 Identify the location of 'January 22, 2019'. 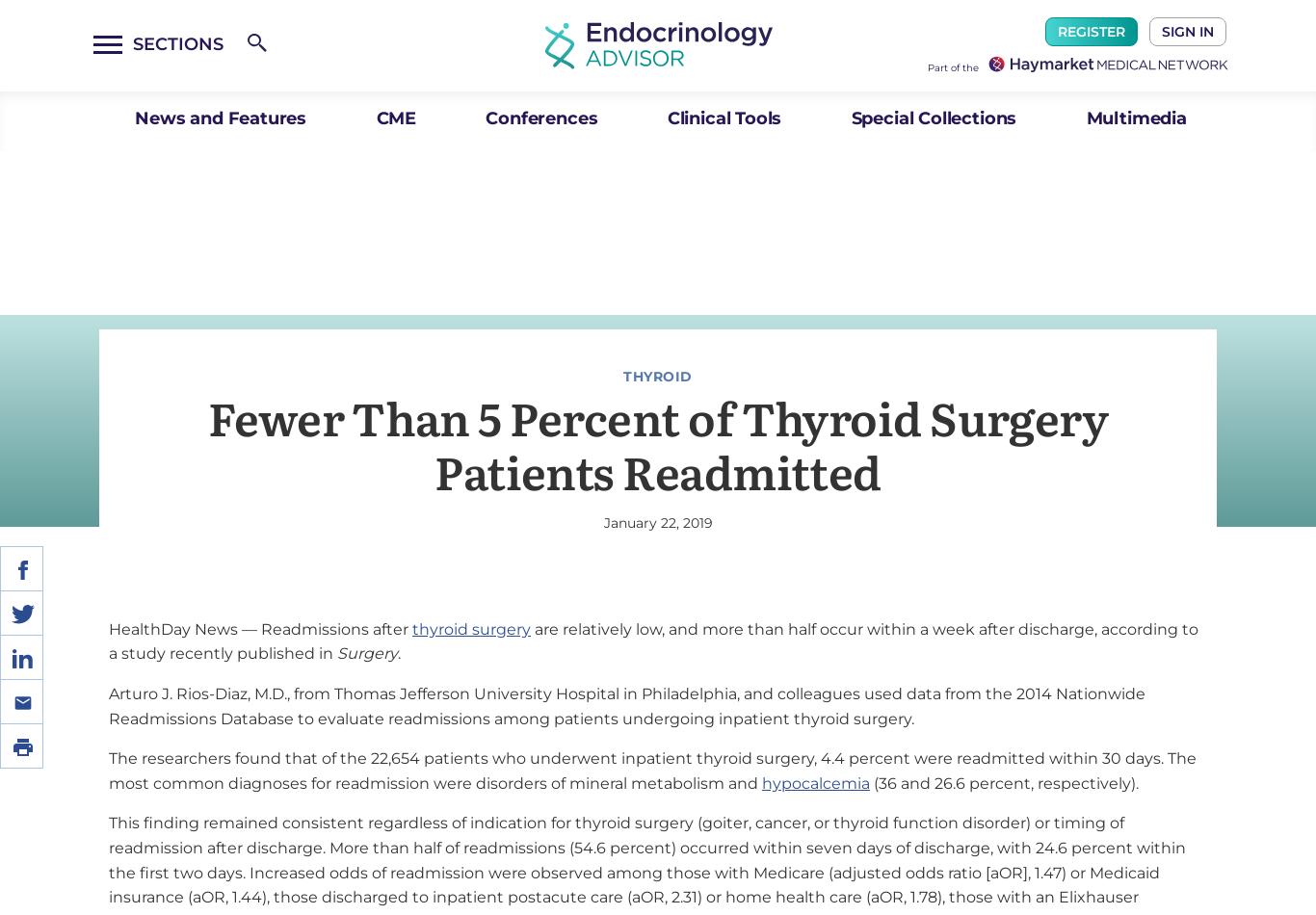
(656, 521).